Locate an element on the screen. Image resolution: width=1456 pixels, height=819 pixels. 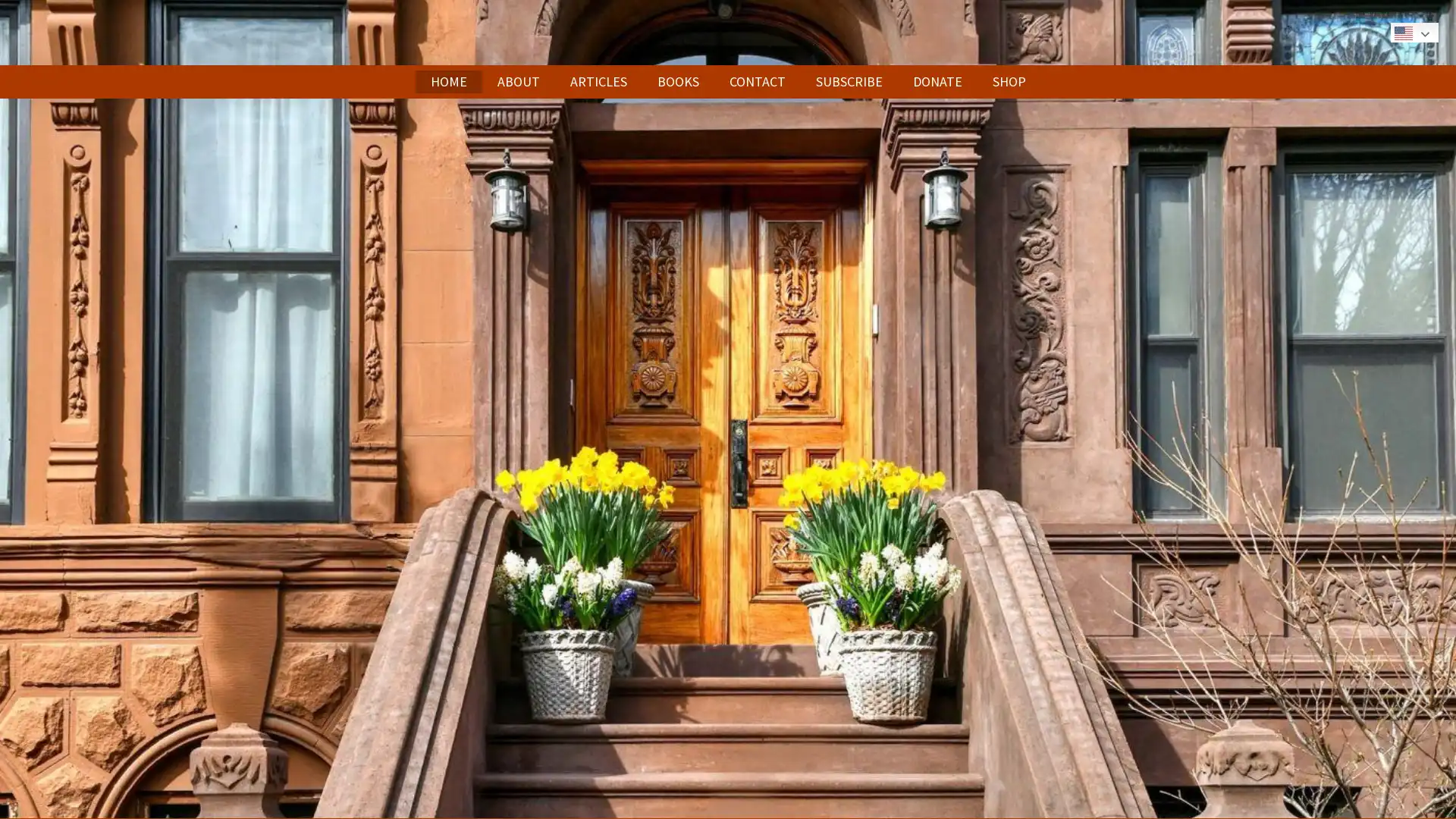
Menu Toggle is located at coordinates (1378, 32).